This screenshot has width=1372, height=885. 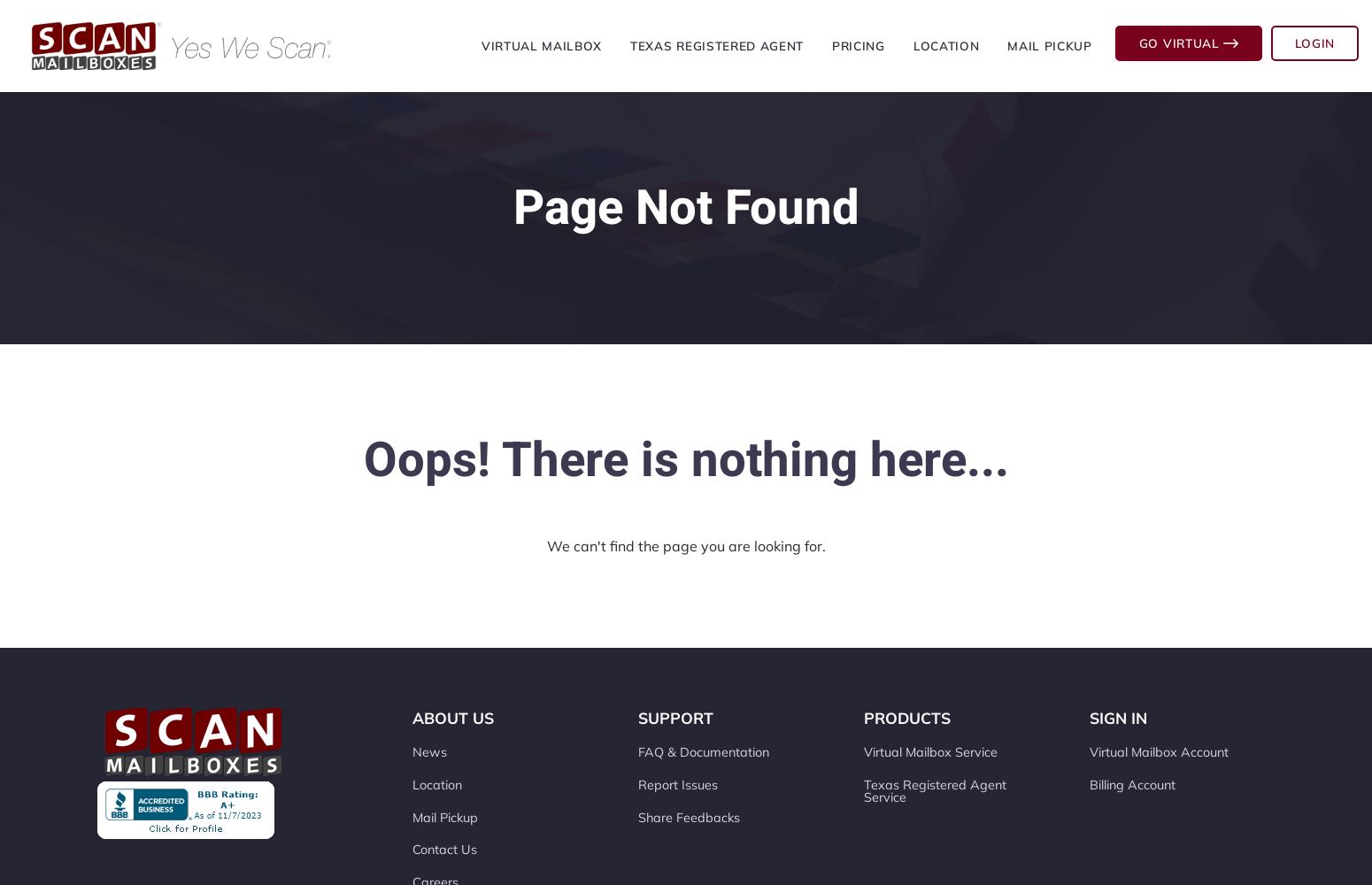 I want to click on 'About Us', so click(x=451, y=718).